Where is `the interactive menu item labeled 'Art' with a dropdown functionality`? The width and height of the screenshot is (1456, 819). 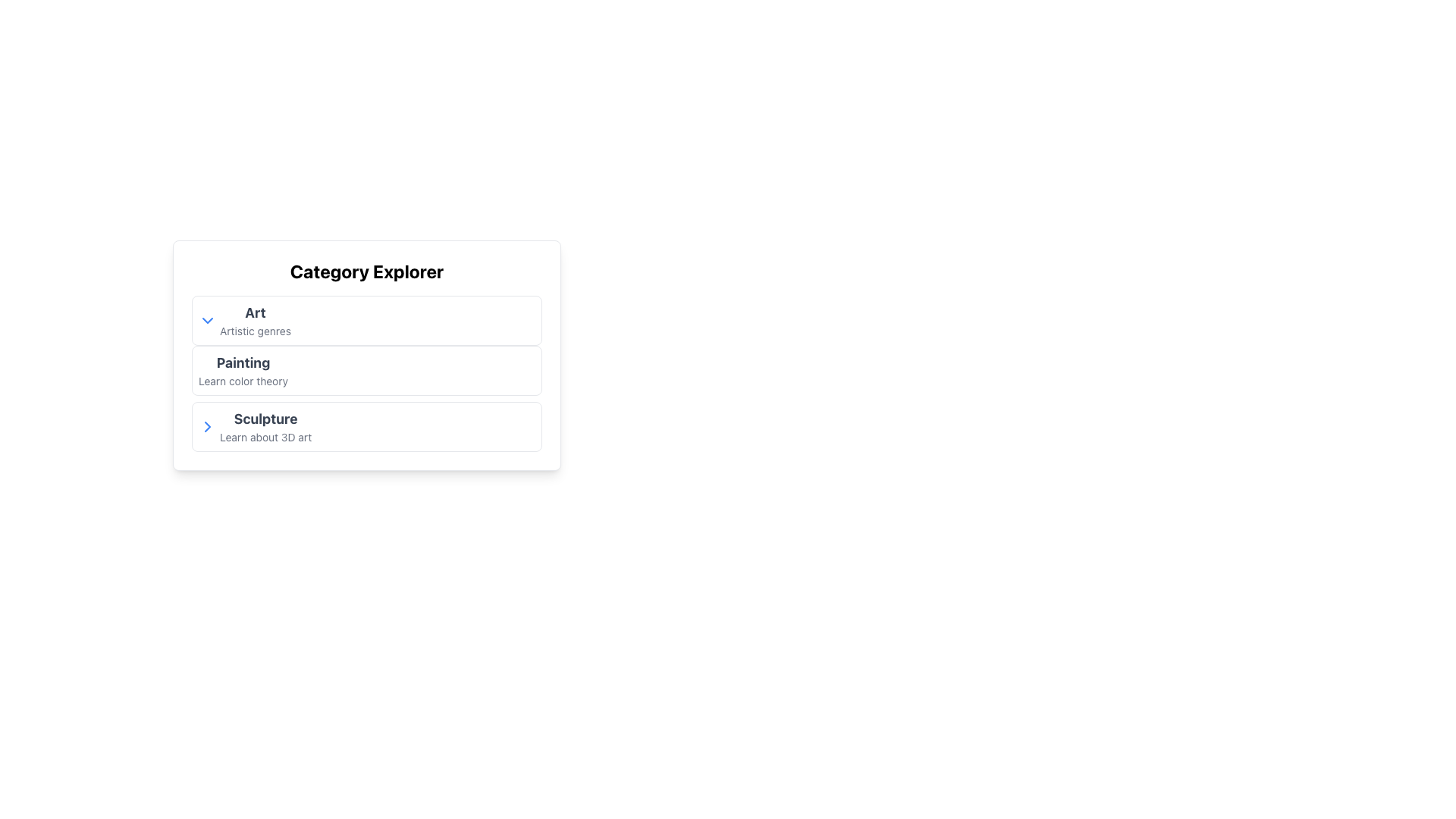
the interactive menu item labeled 'Art' with a dropdown functionality is located at coordinates (367, 320).